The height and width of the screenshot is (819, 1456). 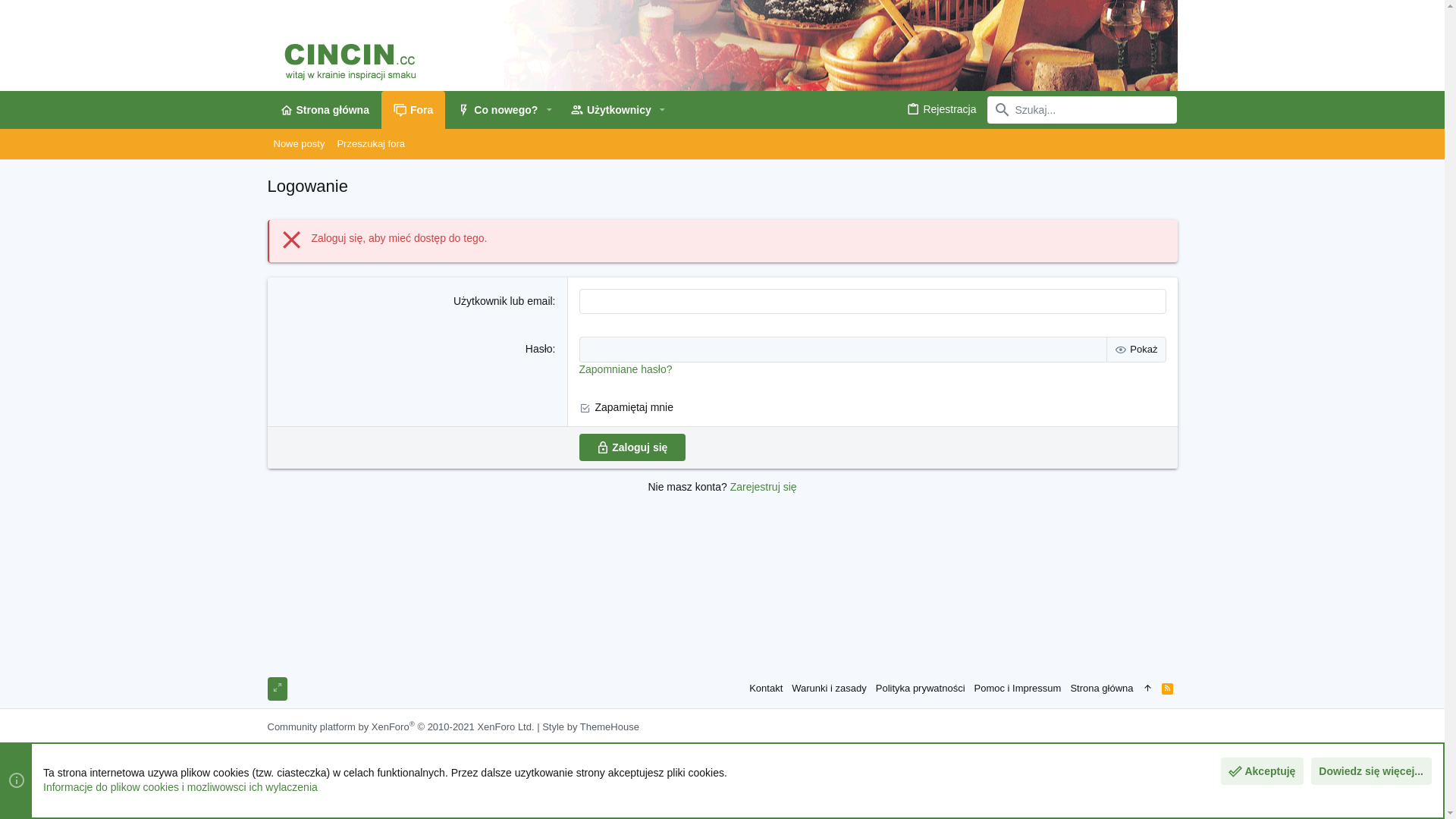 I want to click on 'Kontakt', so click(x=765, y=688).